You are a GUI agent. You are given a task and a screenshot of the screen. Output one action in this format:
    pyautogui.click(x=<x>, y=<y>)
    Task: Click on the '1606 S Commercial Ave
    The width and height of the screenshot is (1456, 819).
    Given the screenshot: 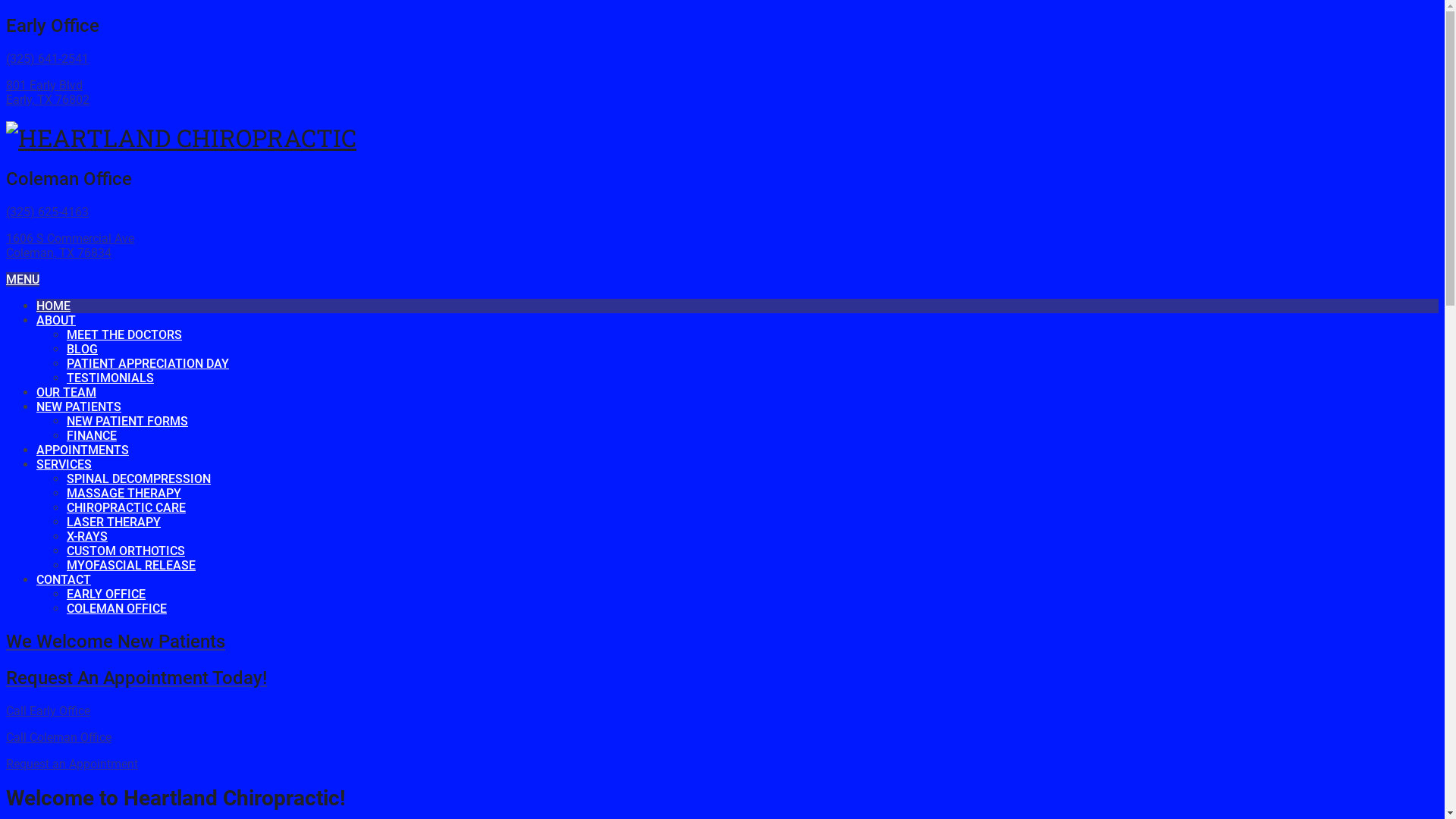 What is the action you would take?
    pyautogui.click(x=6, y=245)
    